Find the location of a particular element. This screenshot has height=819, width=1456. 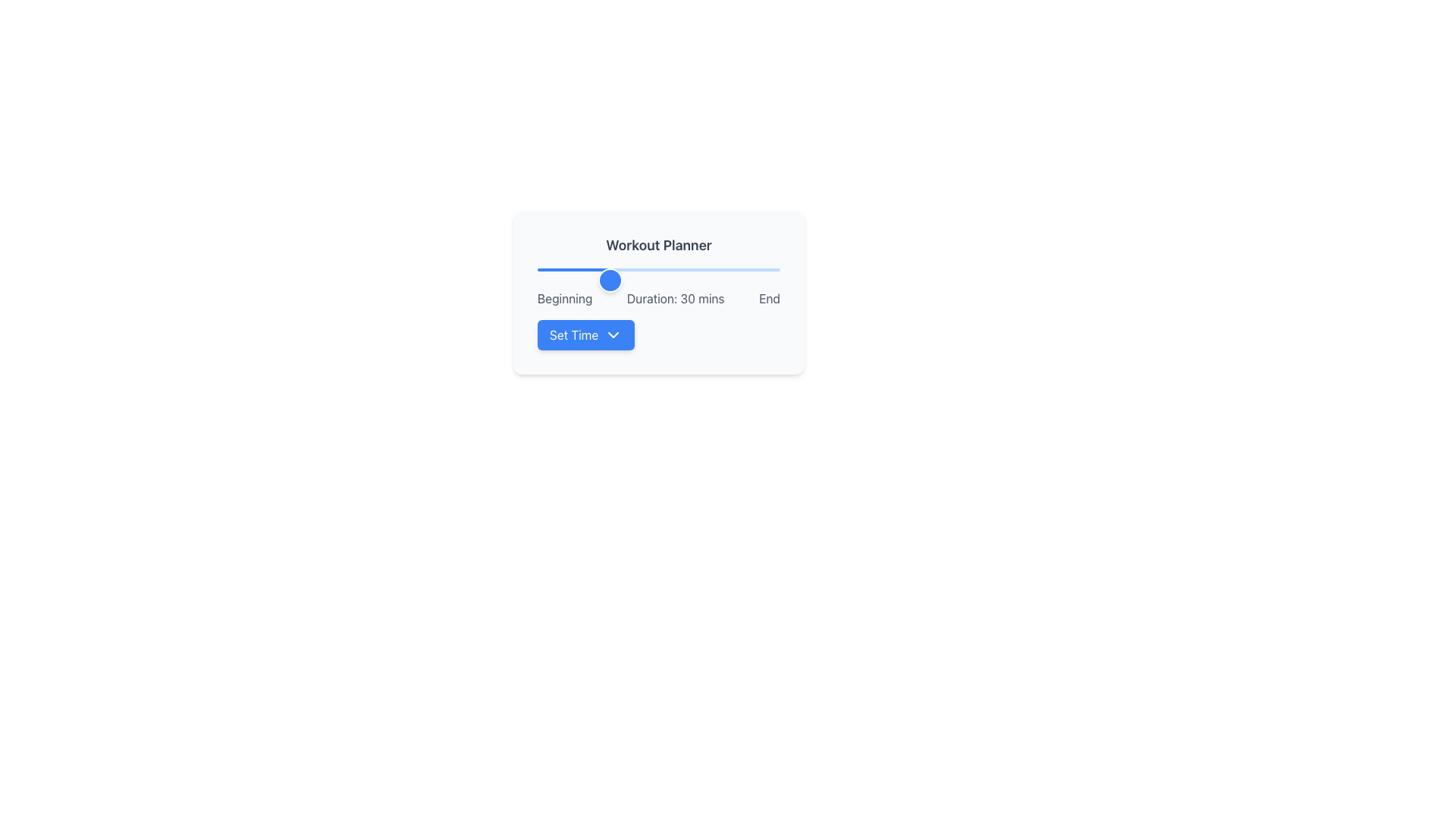

the Text Label that serves as a header for its section, located in a card-like panel above a progress bar and below the panel header is located at coordinates (658, 245).